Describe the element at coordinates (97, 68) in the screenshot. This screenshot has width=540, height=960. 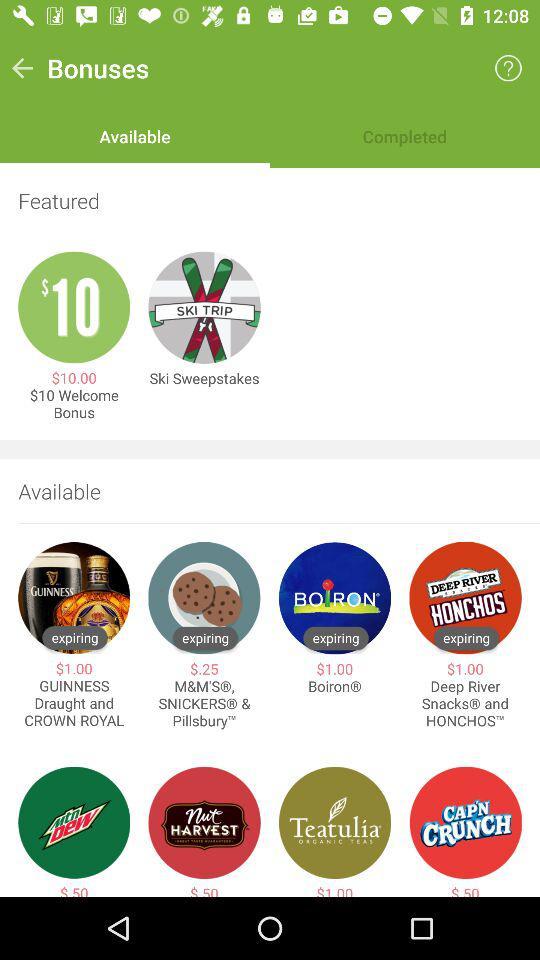
I see `the bonuses icon` at that location.